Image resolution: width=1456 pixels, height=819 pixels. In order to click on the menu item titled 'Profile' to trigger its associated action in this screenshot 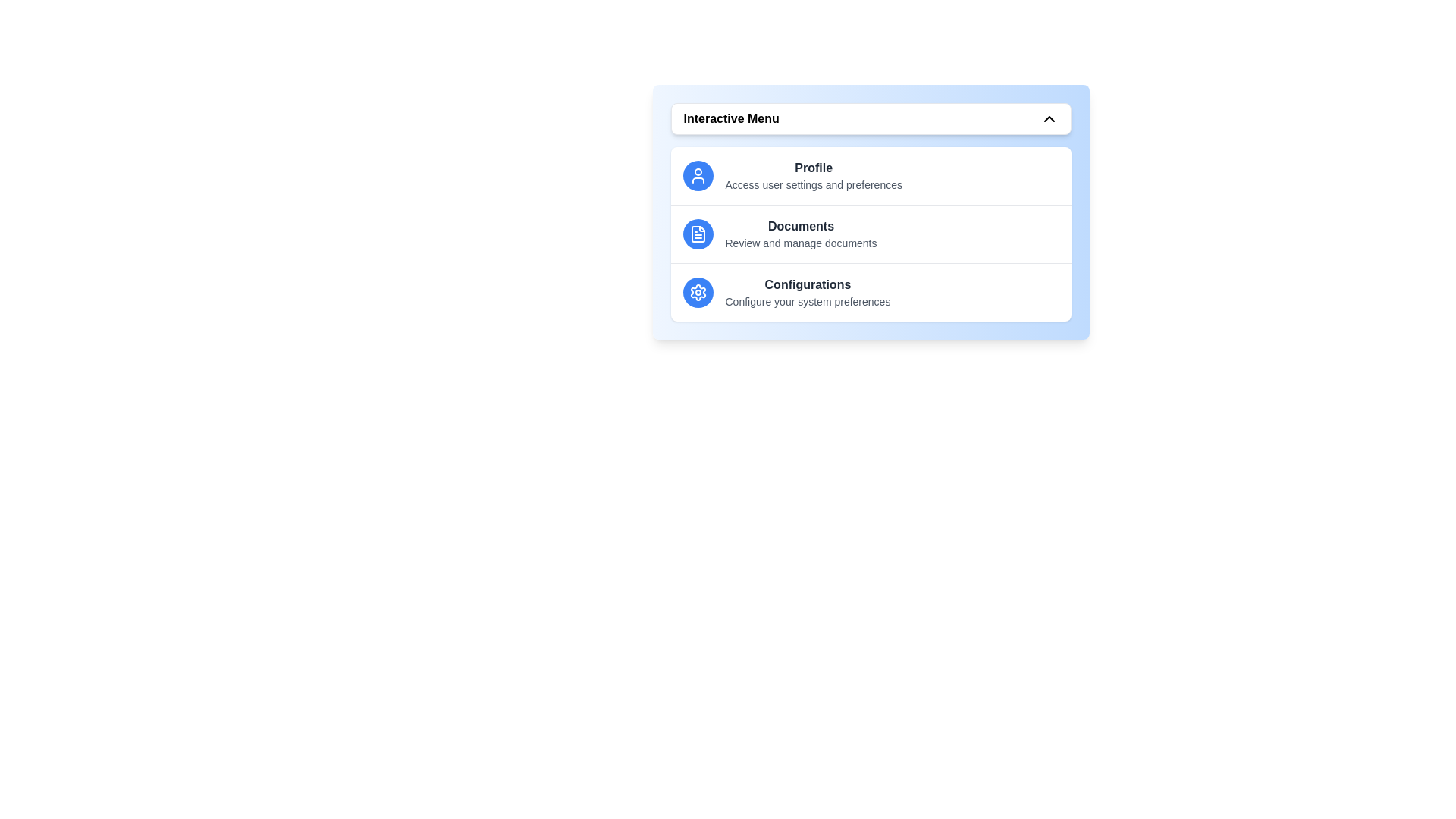, I will do `click(813, 168)`.